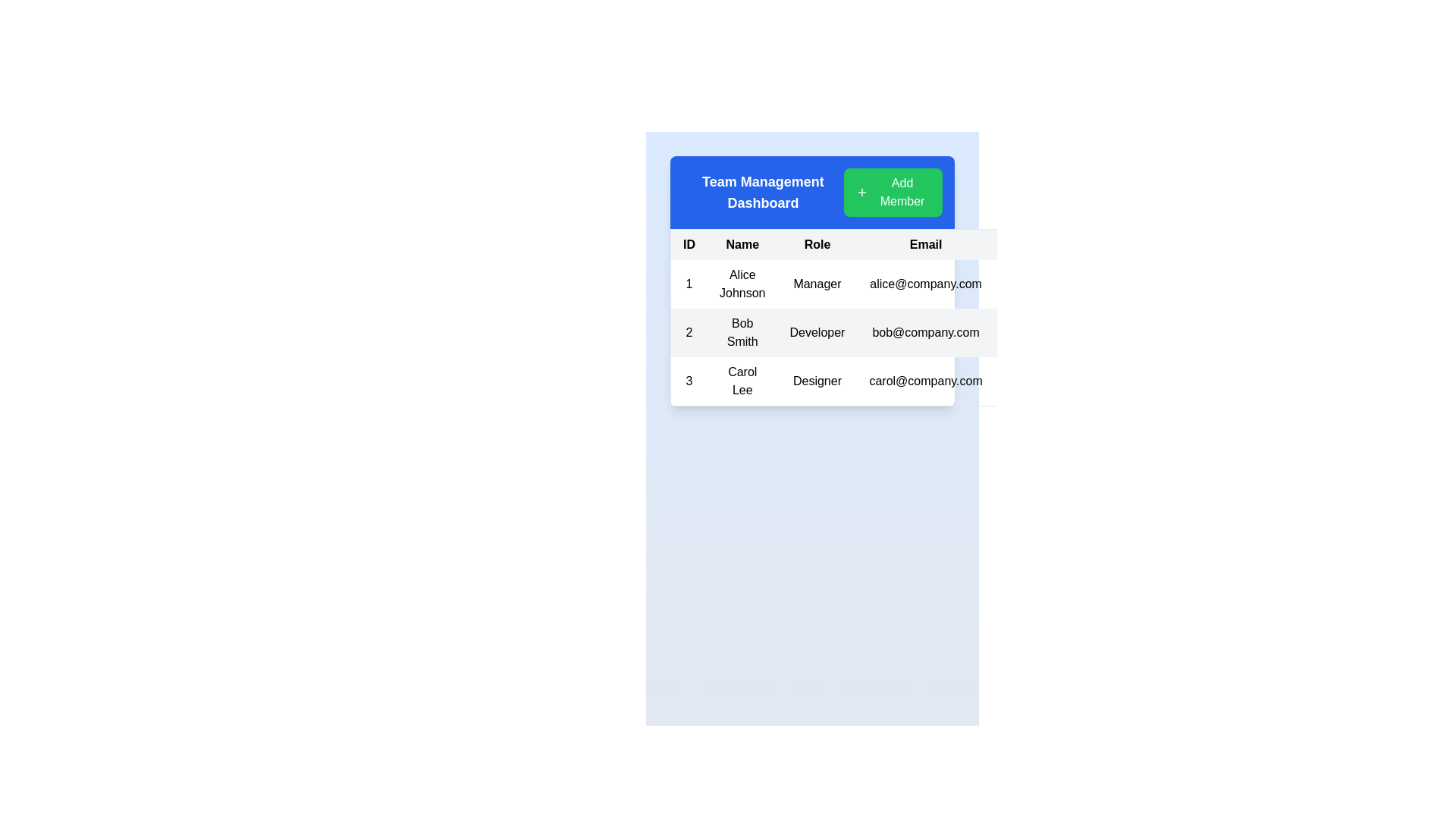 The image size is (1456, 819). I want to click on on the text element displaying the email 'alice@company.com' located in the fourth column of the table under the 'Email' heading, specifically in the row corresponding, so click(925, 284).